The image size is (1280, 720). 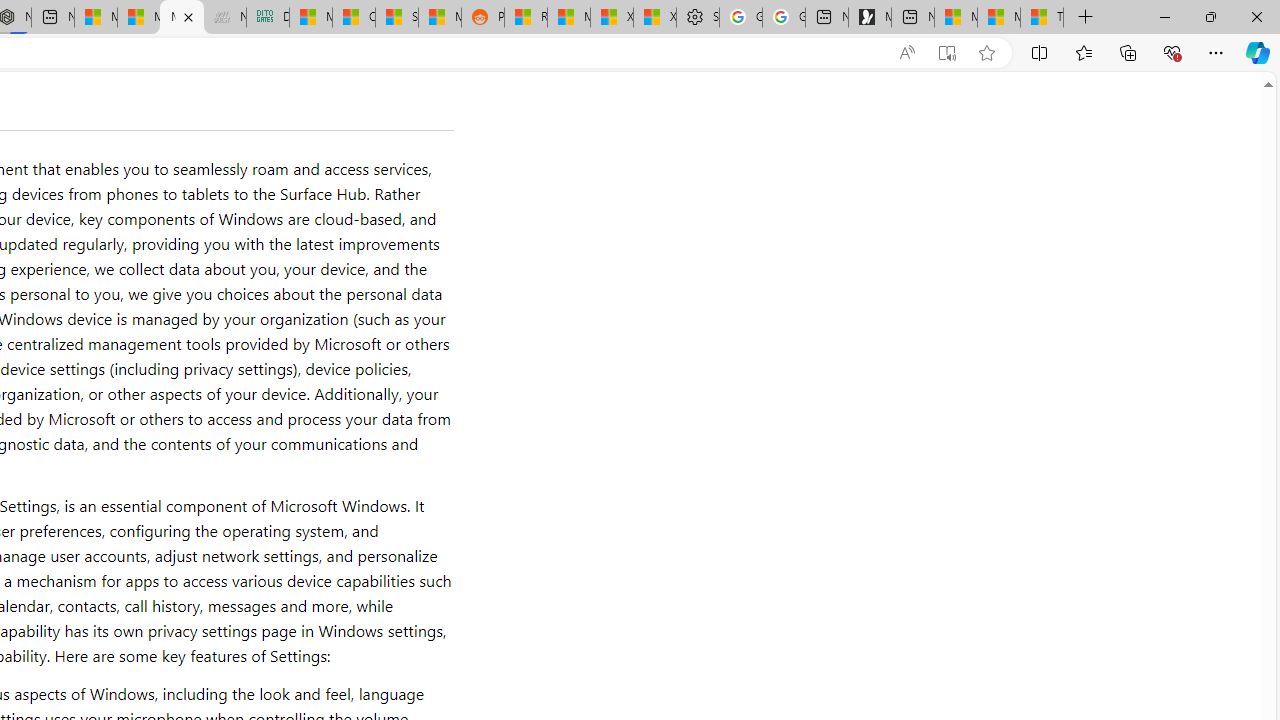 What do you see at coordinates (397, 17) in the screenshot?
I see `'Stocks - MSN'` at bounding box center [397, 17].